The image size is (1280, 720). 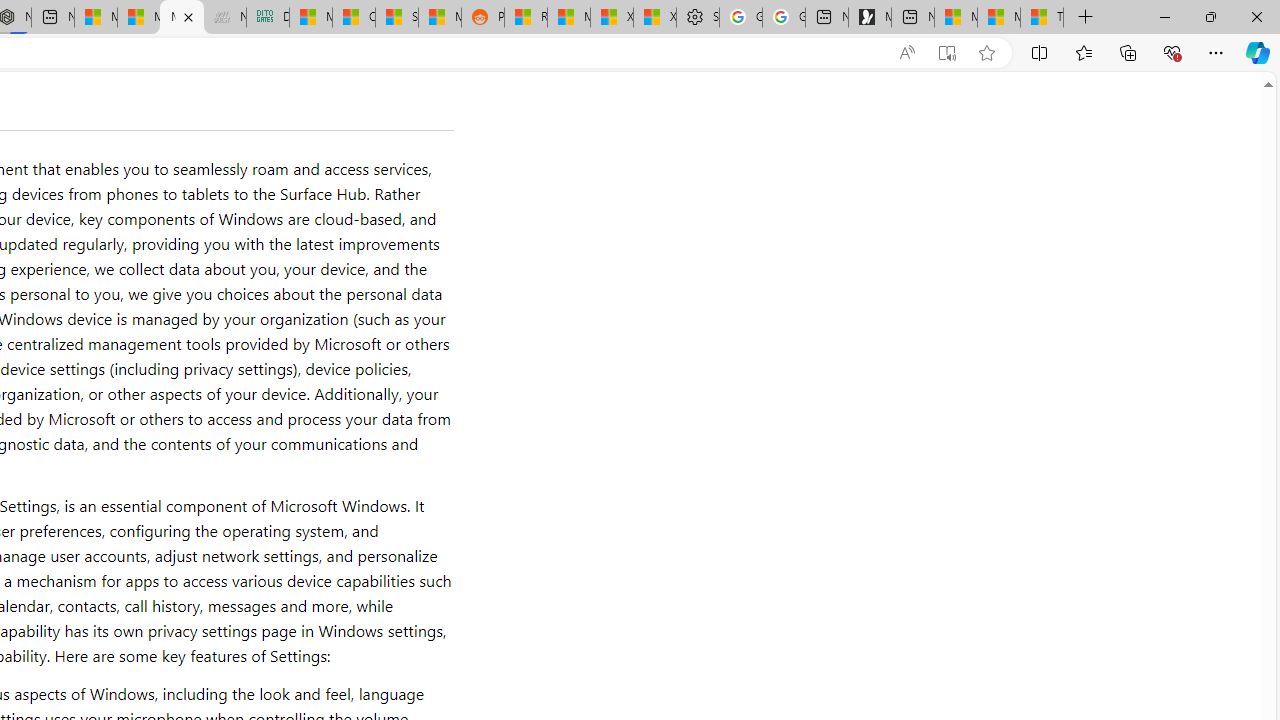 What do you see at coordinates (397, 17) in the screenshot?
I see `'Stocks - MSN'` at bounding box center [397, 17].